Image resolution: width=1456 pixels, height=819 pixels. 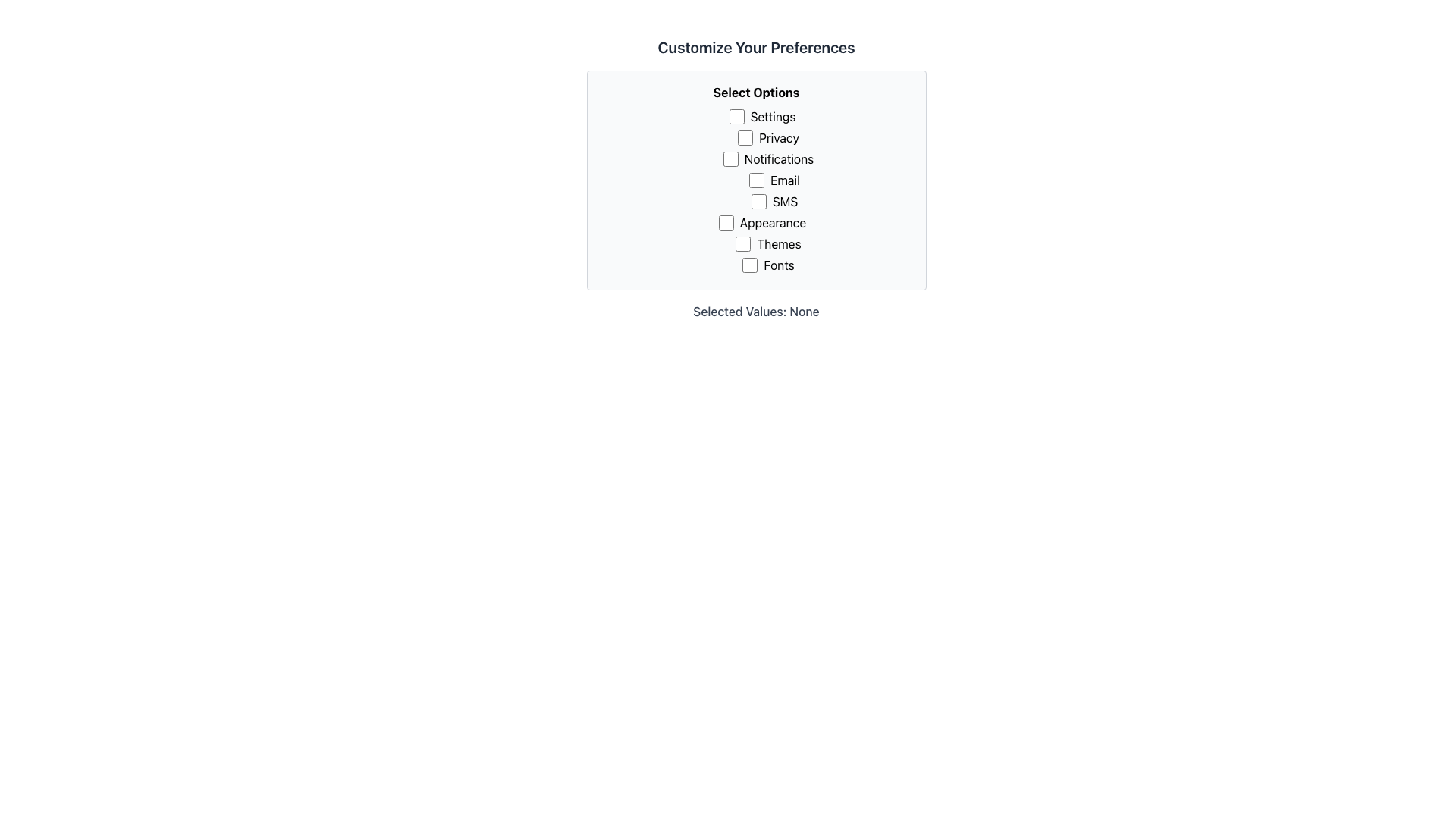 I want to click on the 'Appearance' checkbox located under the 'Select Options' heading and between 'SMS' and 'Themes' using keyboard controls, so click(x=725, y=222).